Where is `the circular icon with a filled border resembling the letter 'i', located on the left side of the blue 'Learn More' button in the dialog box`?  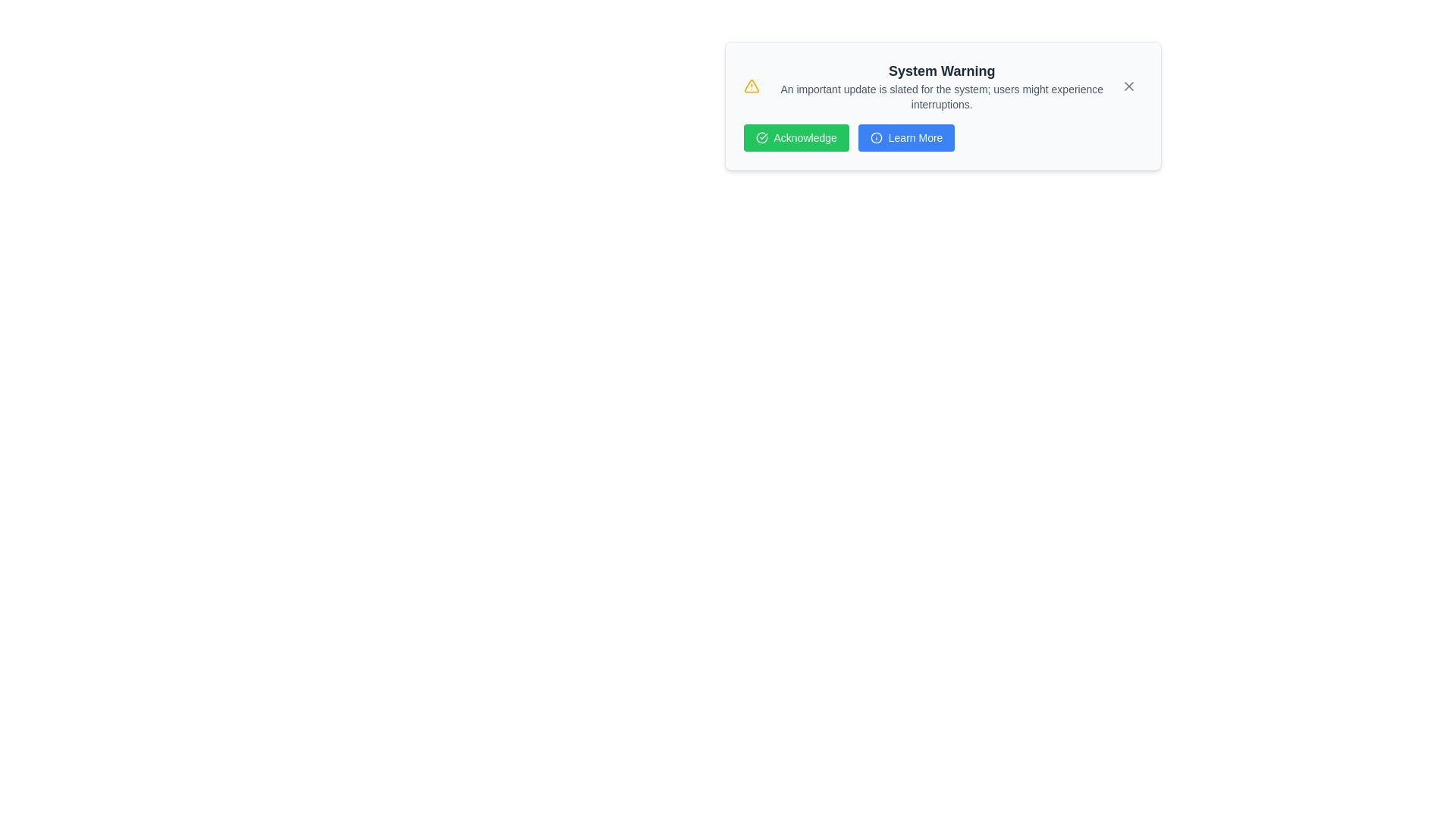 the circular icon with a filled border resembling the letter 'i', located on the left side of the blue 'Learn More' button in the dialog box is located at coordinates (876, 137).